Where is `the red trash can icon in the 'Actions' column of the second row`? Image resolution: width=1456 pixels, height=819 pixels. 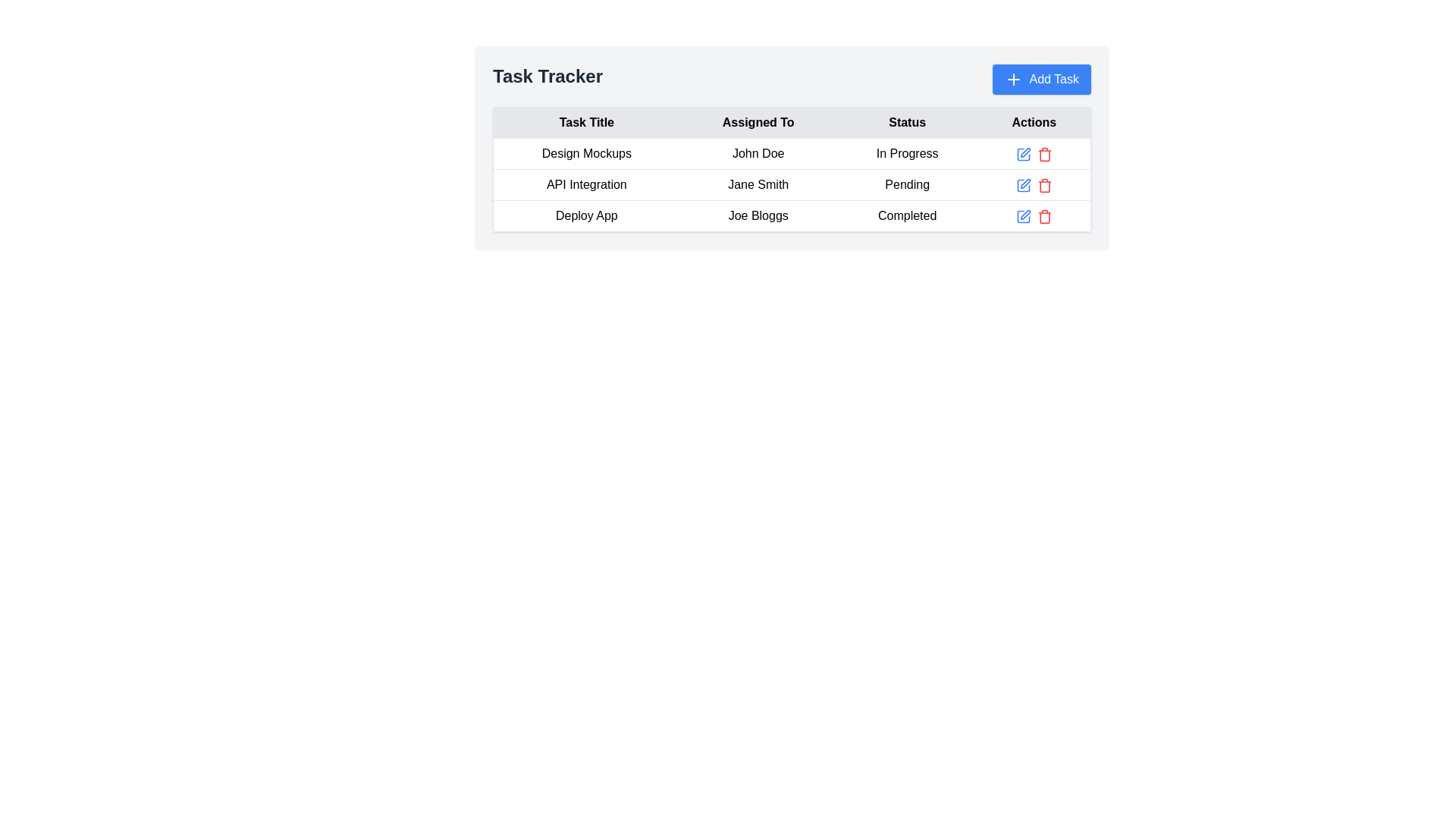 the red trash can icon in the 'Actions' column of the second row is located at coordinates (1043, 184).